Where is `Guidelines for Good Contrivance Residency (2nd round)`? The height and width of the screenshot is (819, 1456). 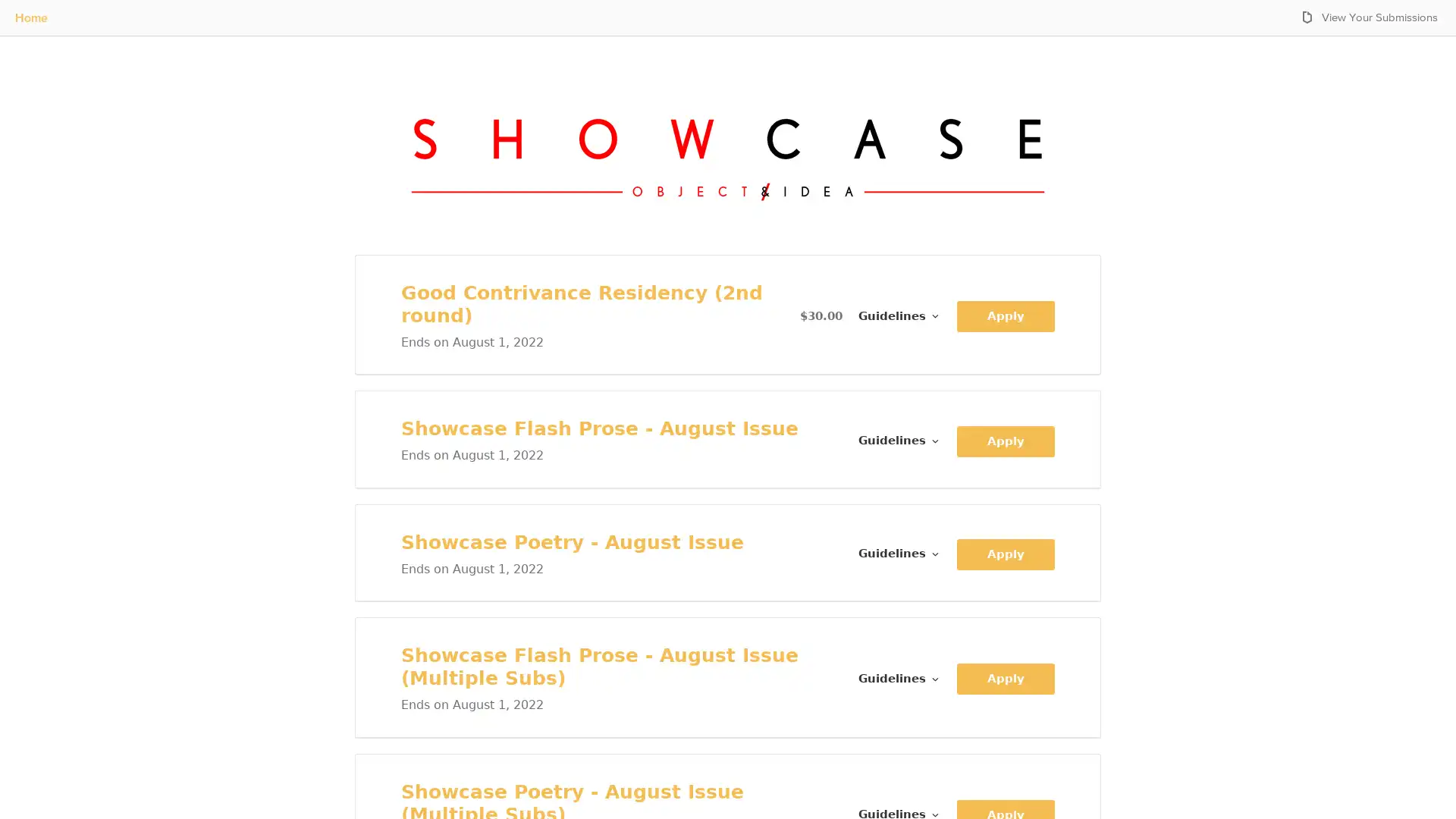 Guidelines for Good Contrivance Residency (2nd round) is located at coordinates (899, 315).